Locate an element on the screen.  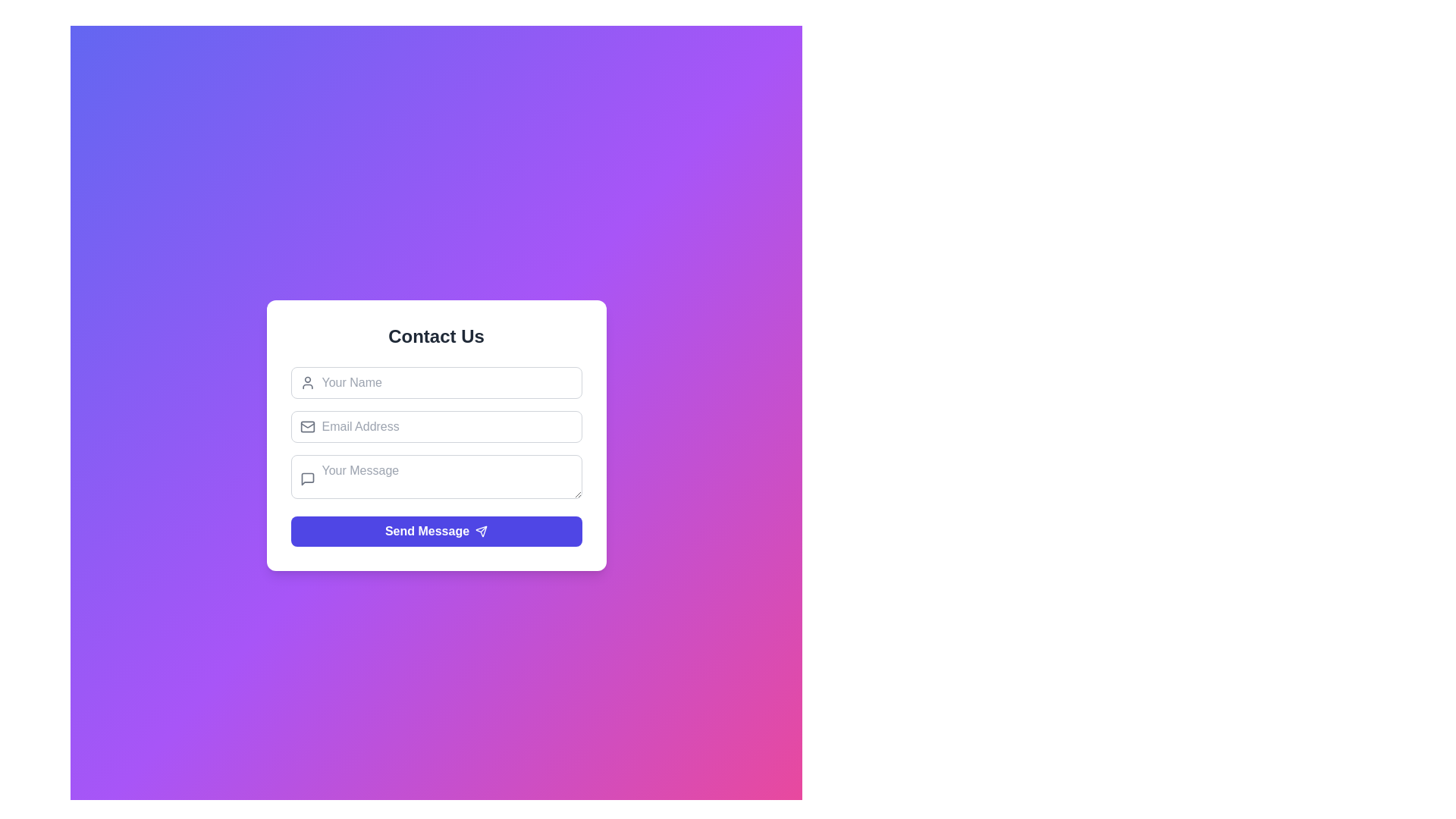
the third input field in the 'Contact Us' form to focus on it is located at coordinates (435, 479).